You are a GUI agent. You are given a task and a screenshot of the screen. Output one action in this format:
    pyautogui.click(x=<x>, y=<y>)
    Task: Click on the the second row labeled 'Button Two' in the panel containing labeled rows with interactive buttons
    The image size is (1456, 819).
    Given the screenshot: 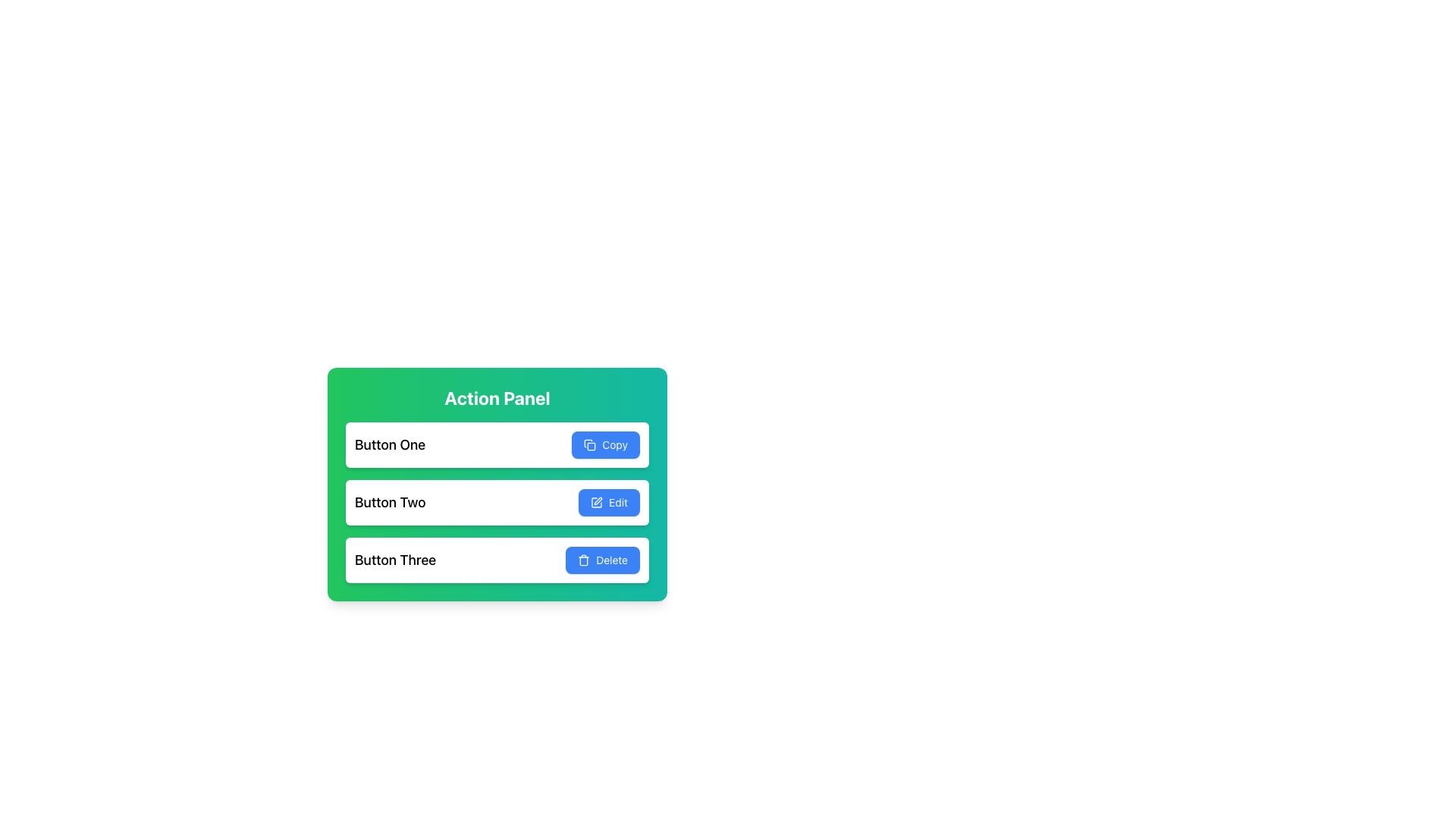 What is the action you would take?
    pyautogui.click(x=497, y=485)
    